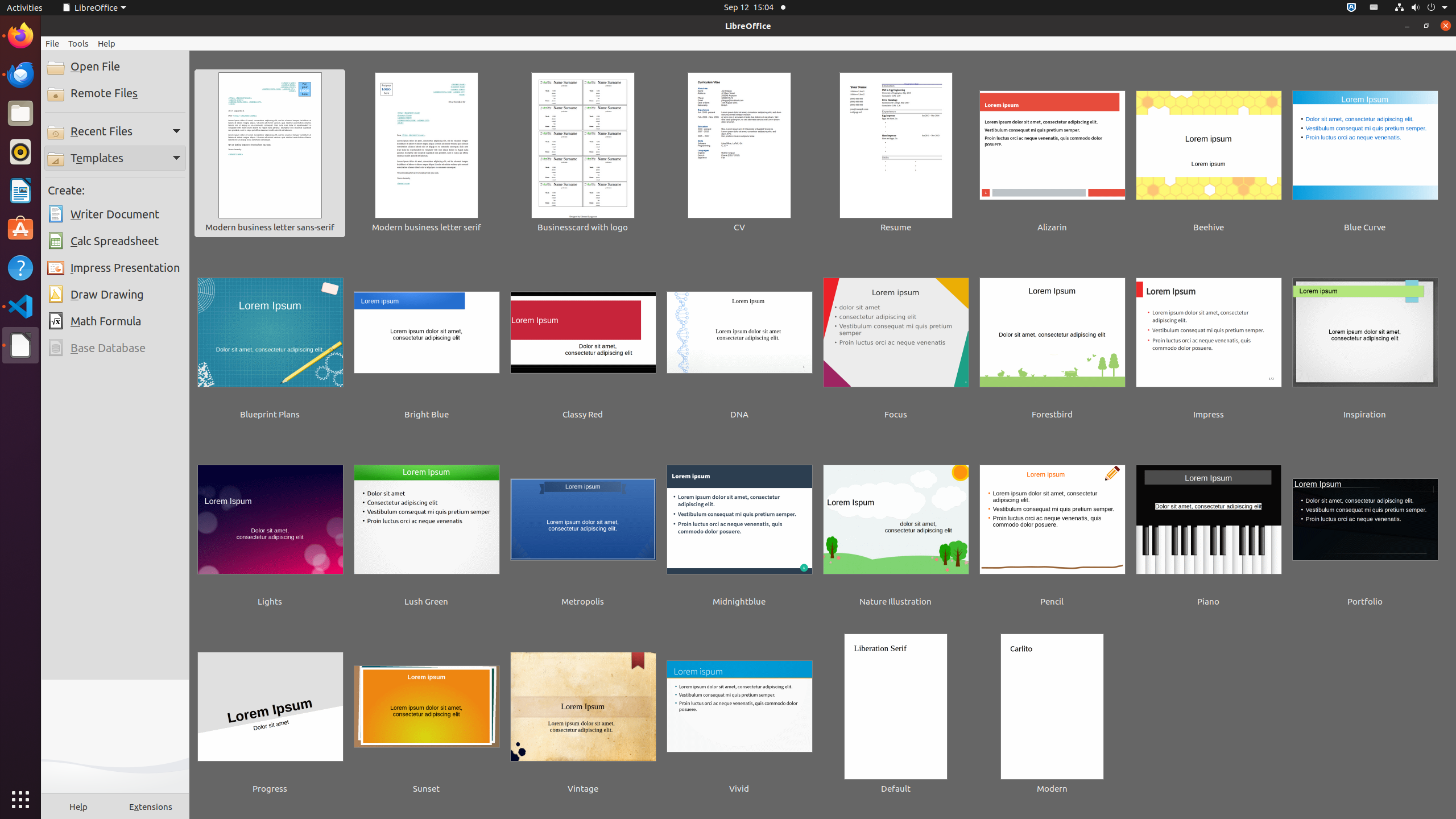  What do you see at coordinates (1208, 527) in the screenshot?
I see `'Piano'` at bounding box center [1208, 527].